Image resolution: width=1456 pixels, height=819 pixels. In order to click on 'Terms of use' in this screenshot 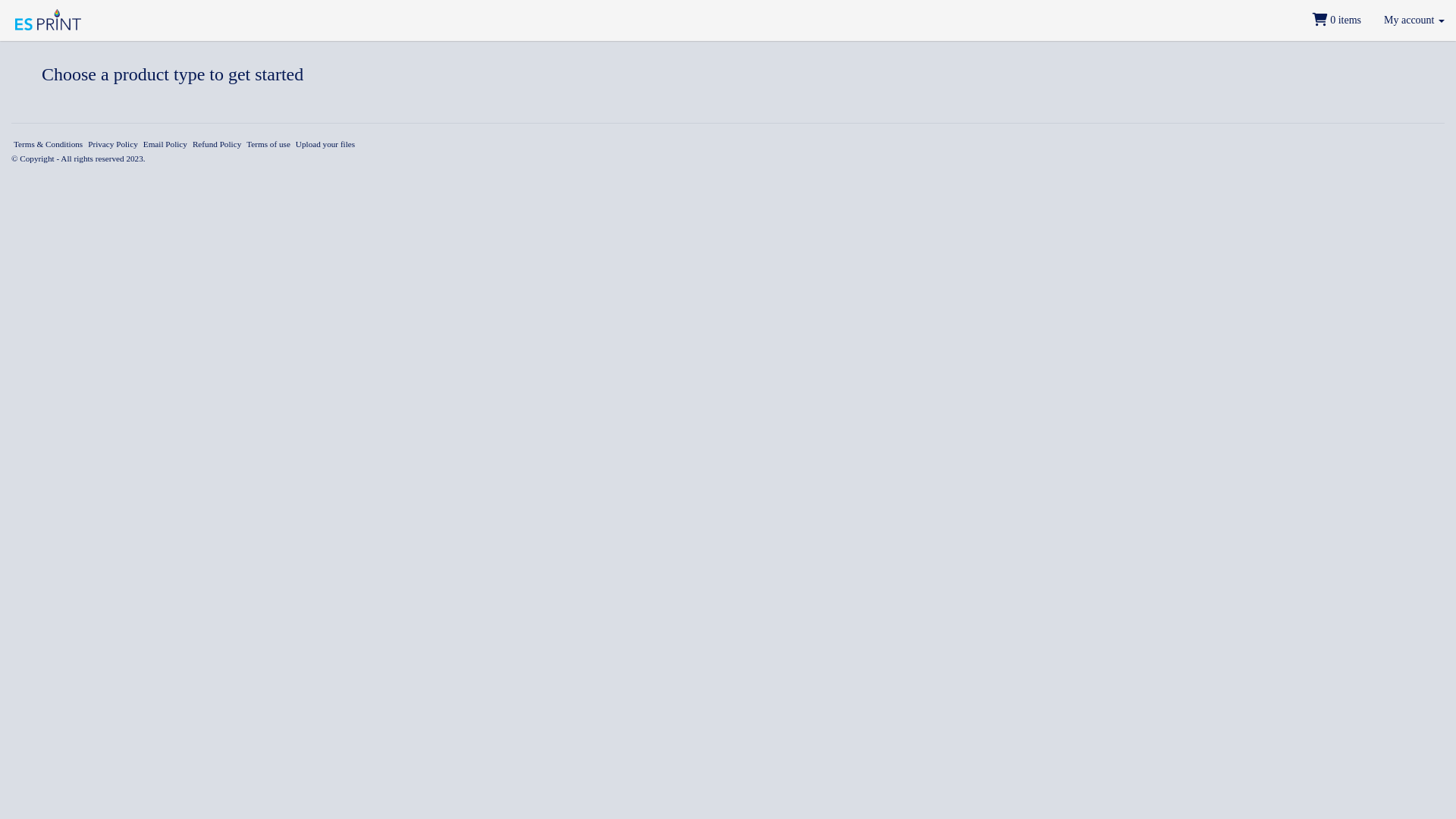, I will do `click(268, 143)`.